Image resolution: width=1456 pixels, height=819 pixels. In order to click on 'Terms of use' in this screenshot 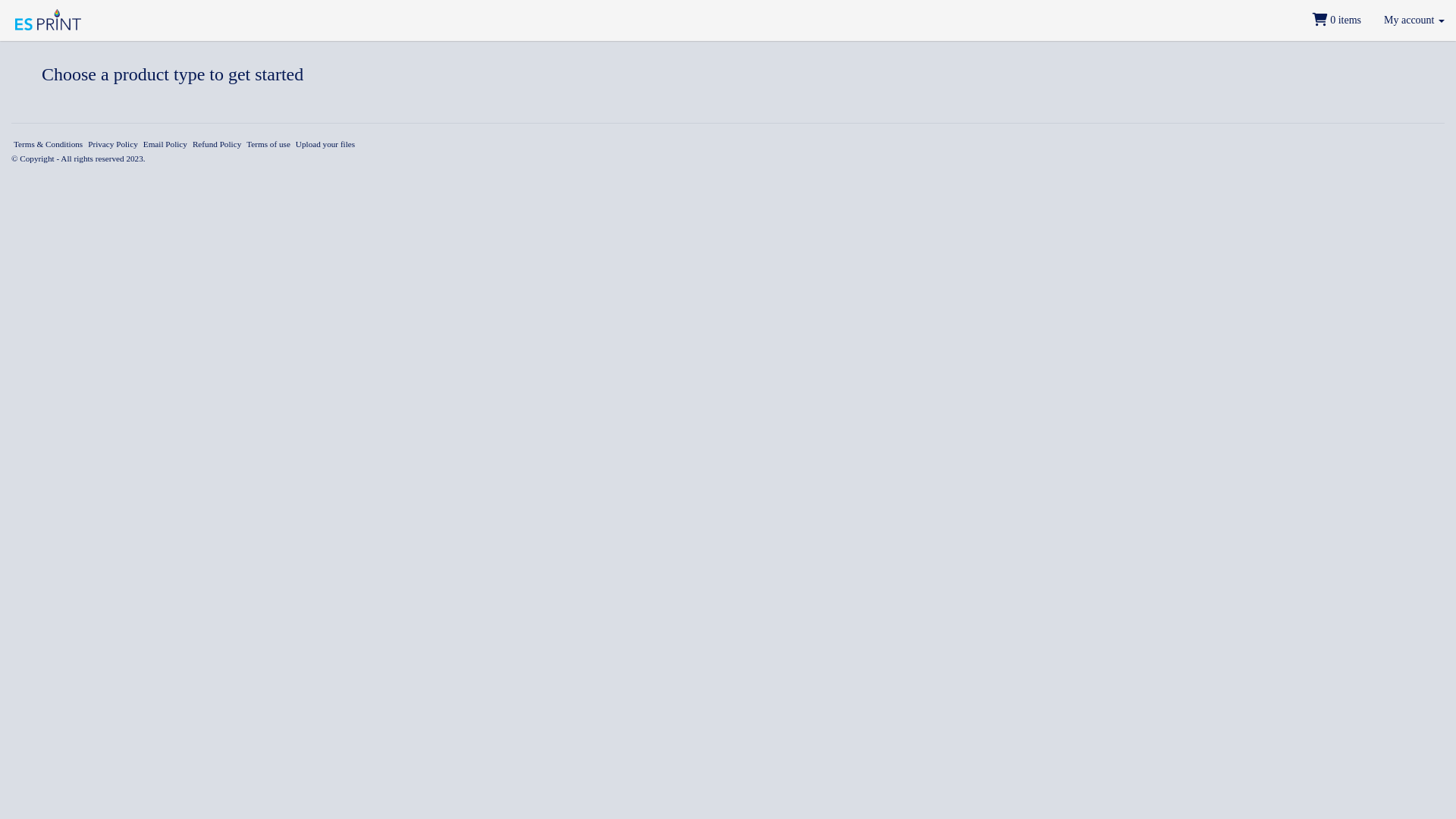, I will do `click(268, 143)`.